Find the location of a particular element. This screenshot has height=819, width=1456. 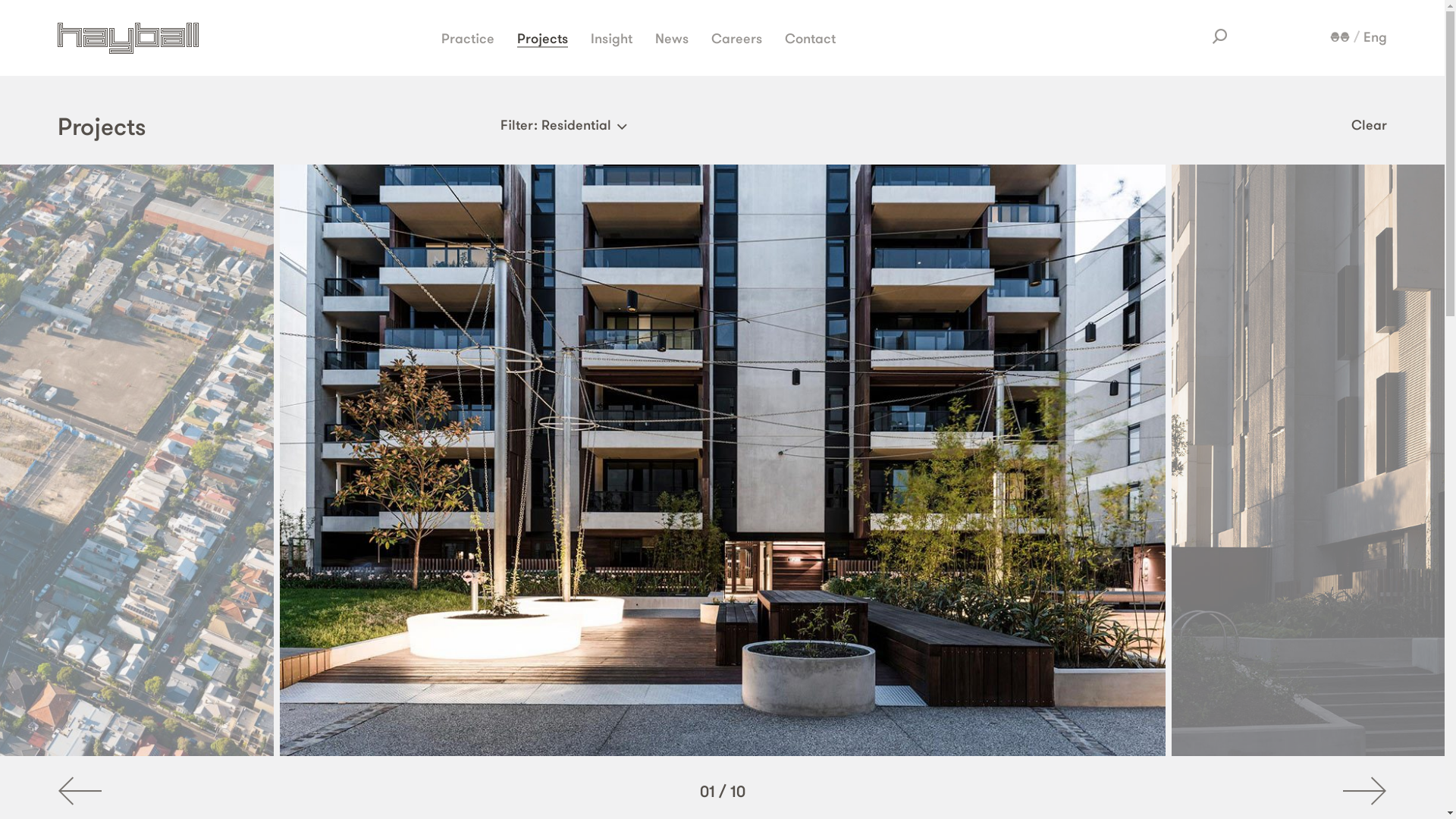

'Practice' is located at coordinates (440, 36).